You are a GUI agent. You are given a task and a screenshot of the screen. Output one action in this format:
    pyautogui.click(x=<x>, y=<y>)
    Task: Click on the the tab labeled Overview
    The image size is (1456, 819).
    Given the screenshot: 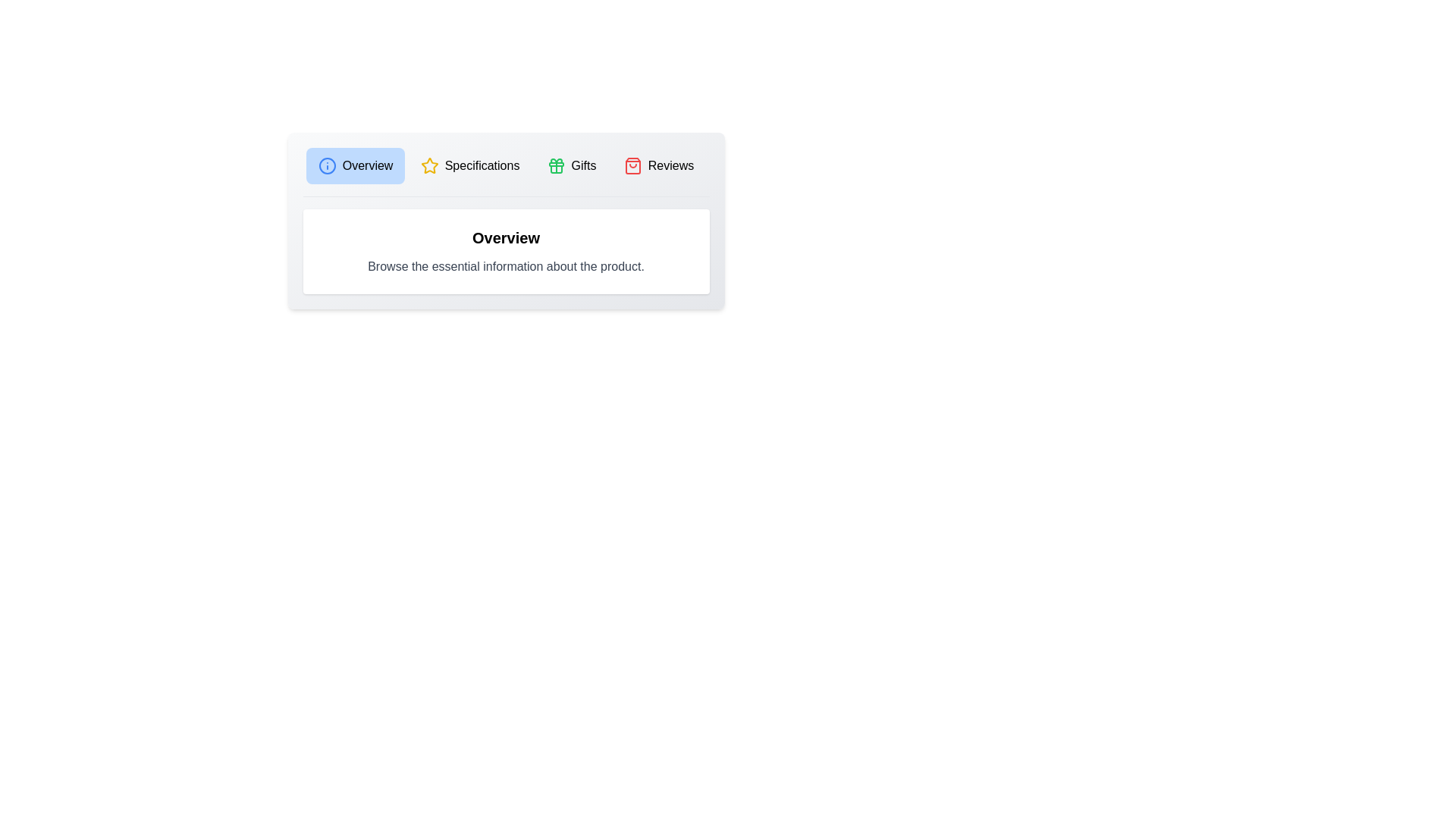 What is the action you would take?
    pyautogui.click(x=355, y=166)
    